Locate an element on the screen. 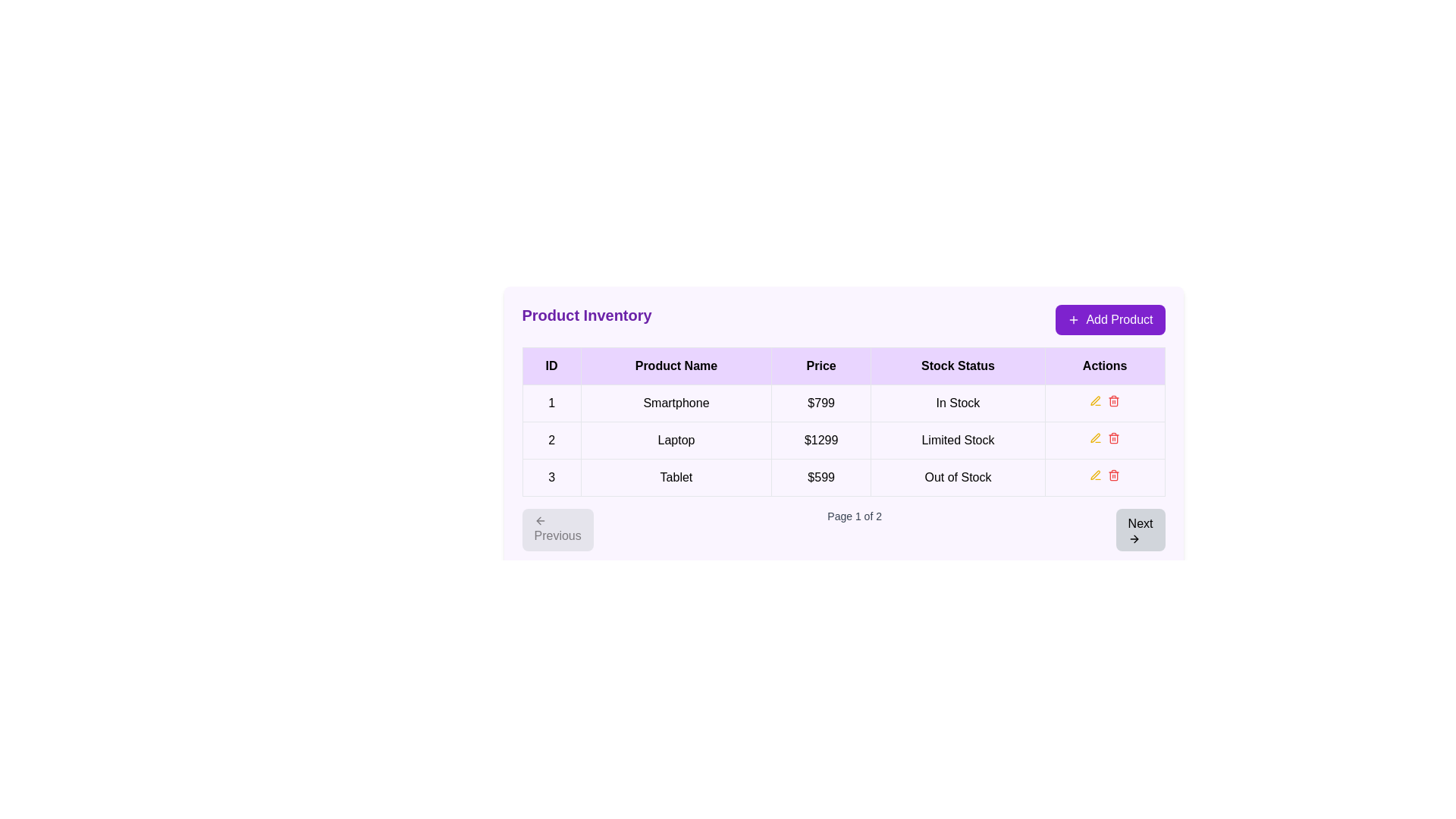  the 'Next' icon located at the bottom-right of the interface is located at coordinates (1135, 538).